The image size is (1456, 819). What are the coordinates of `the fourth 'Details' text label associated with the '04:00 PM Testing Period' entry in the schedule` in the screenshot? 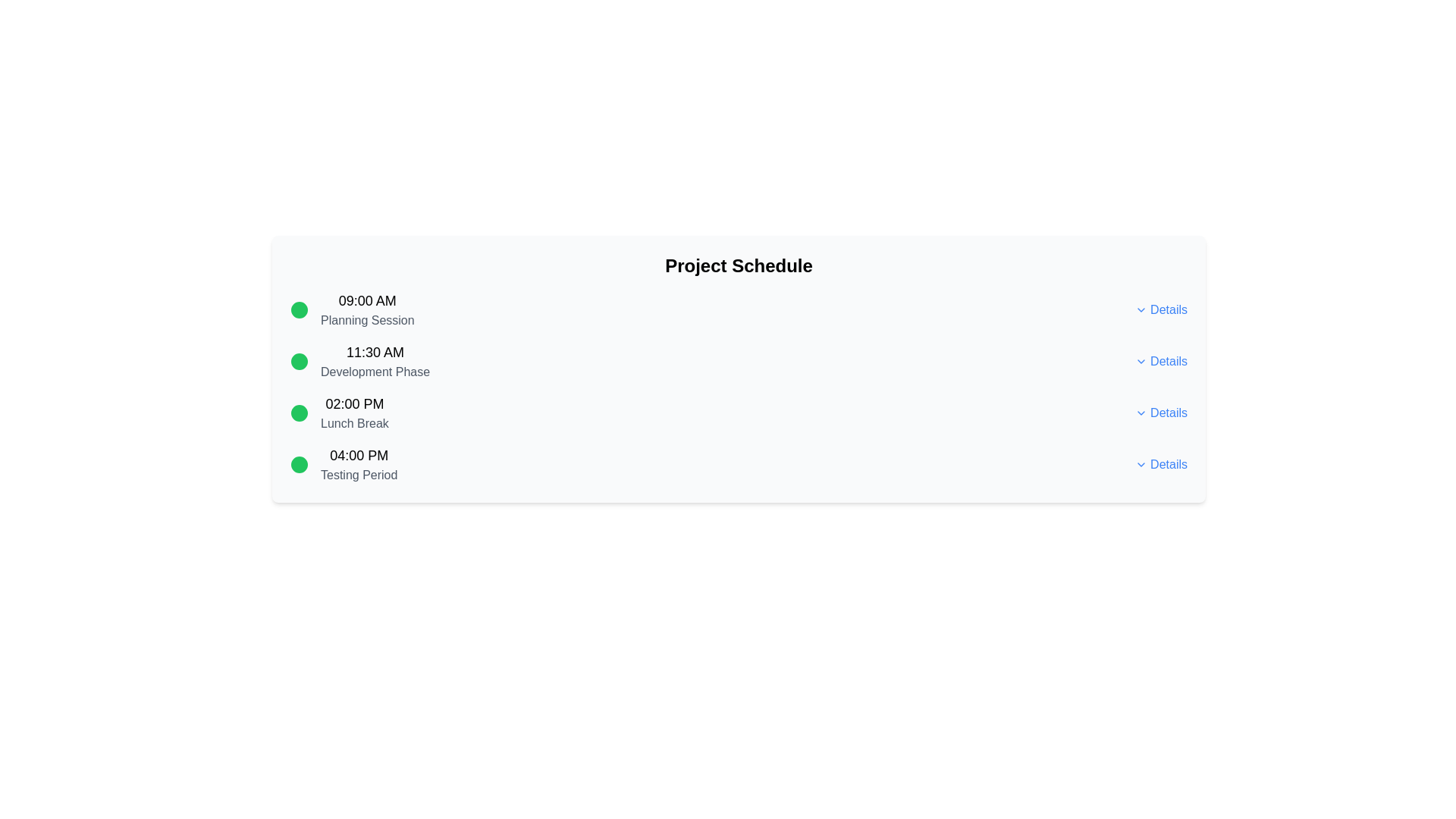 It's located at (1168, 362).